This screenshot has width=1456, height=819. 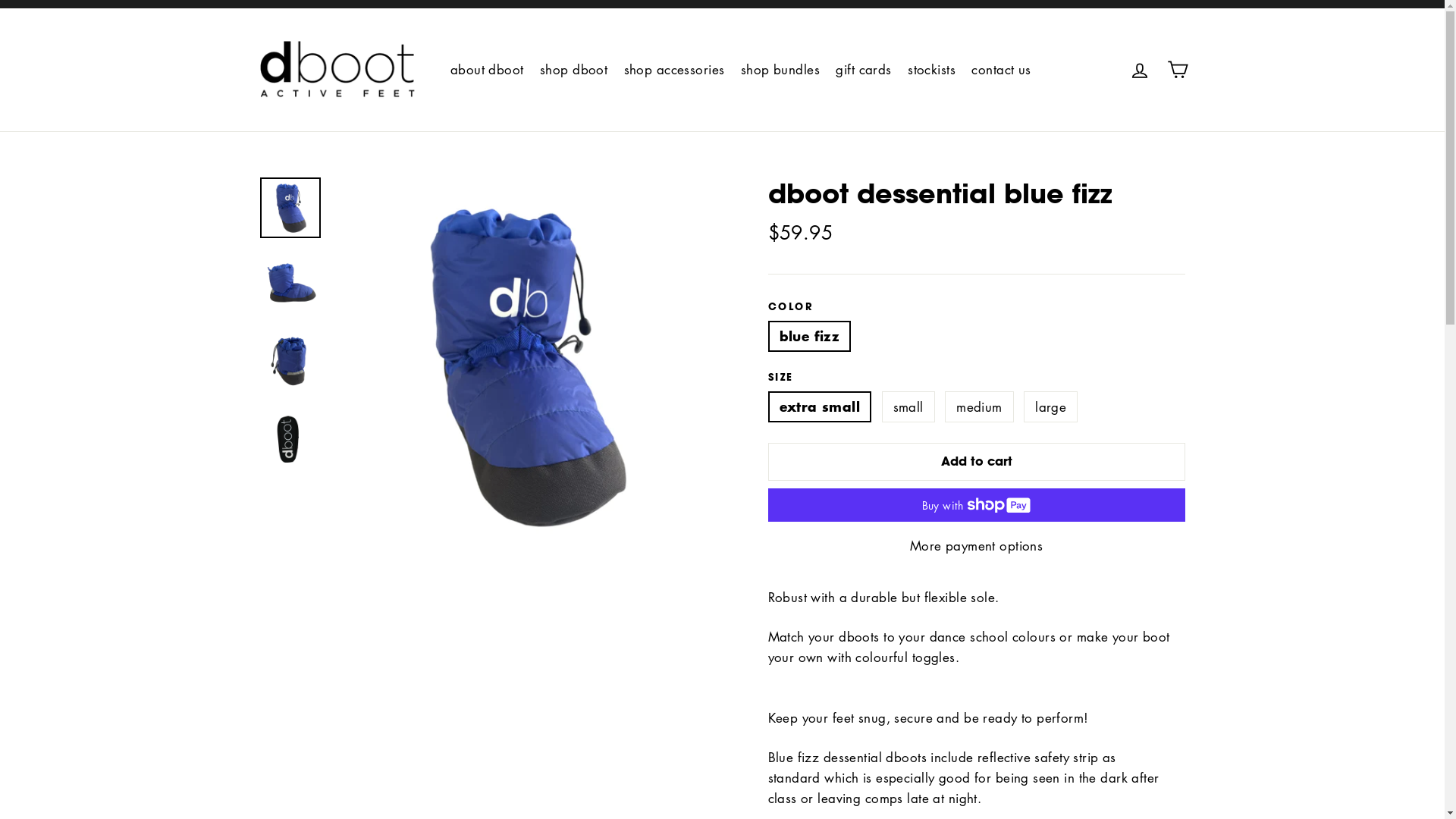 What do you see at coordinates (487, 70) in the screenshot?
I see `'about dboot'` at bounding box center [487, 70].